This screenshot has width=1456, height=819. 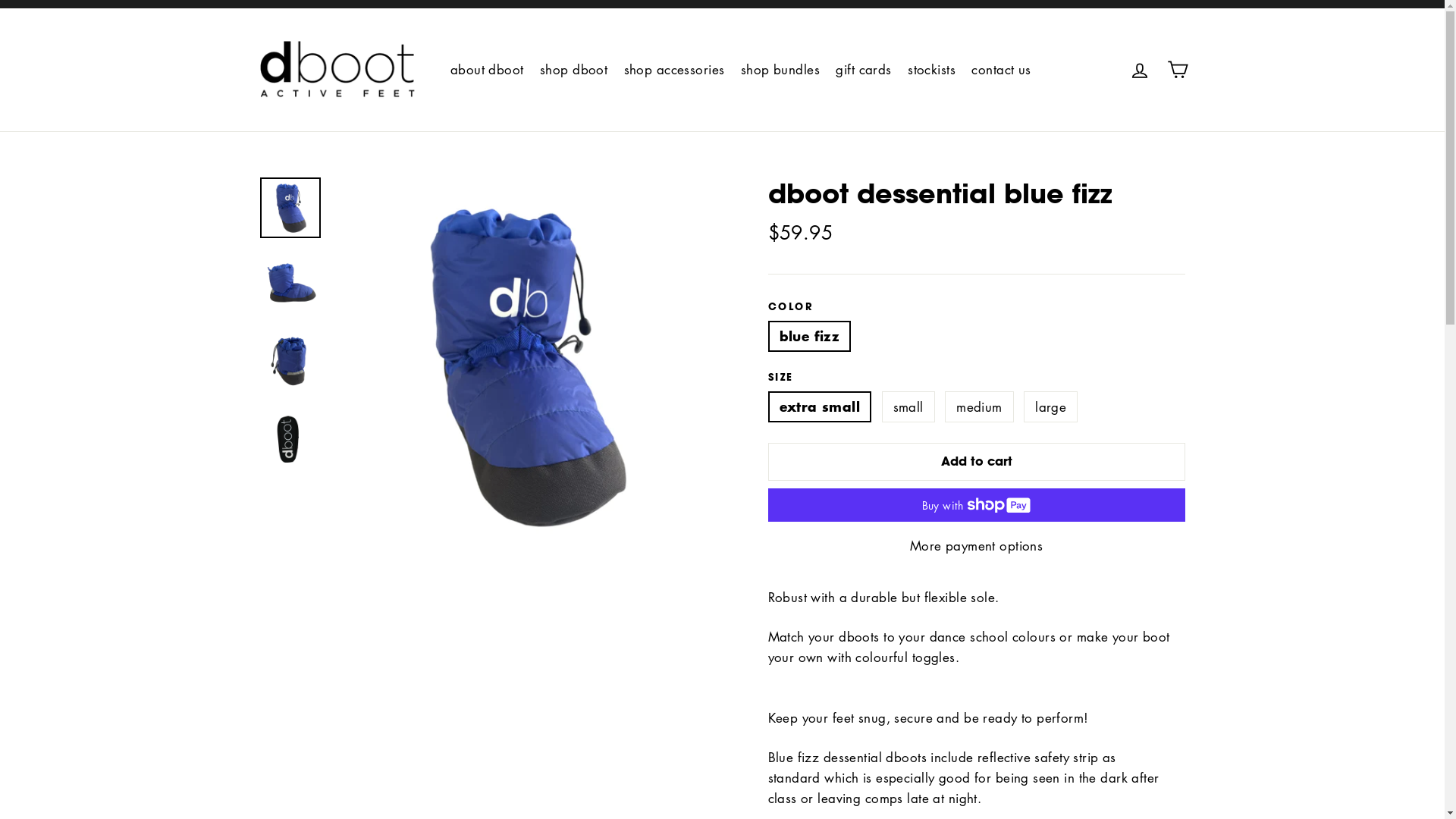 What do you see at coordinates (487, 70) in the screenshot?
I see `'about dboot'` at bounding box center [487, 70].